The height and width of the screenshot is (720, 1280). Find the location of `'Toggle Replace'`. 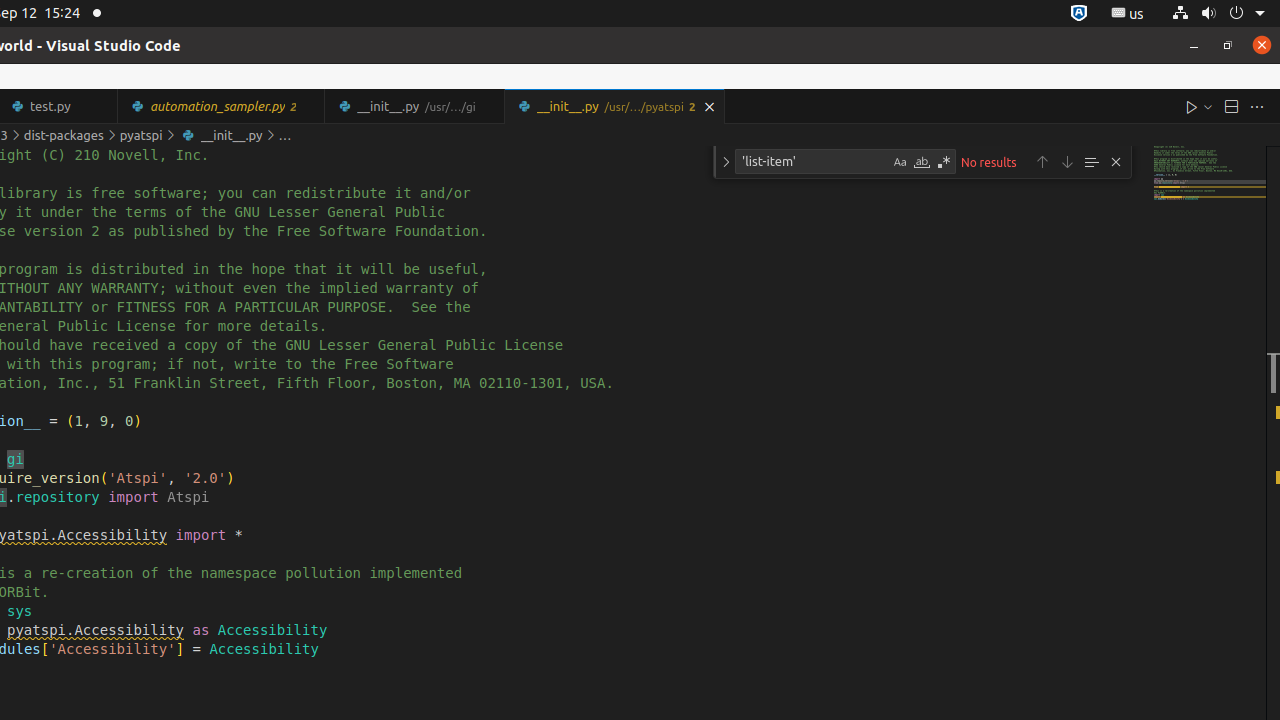

'Toggle Replace' is located at coordinates (725, 161).